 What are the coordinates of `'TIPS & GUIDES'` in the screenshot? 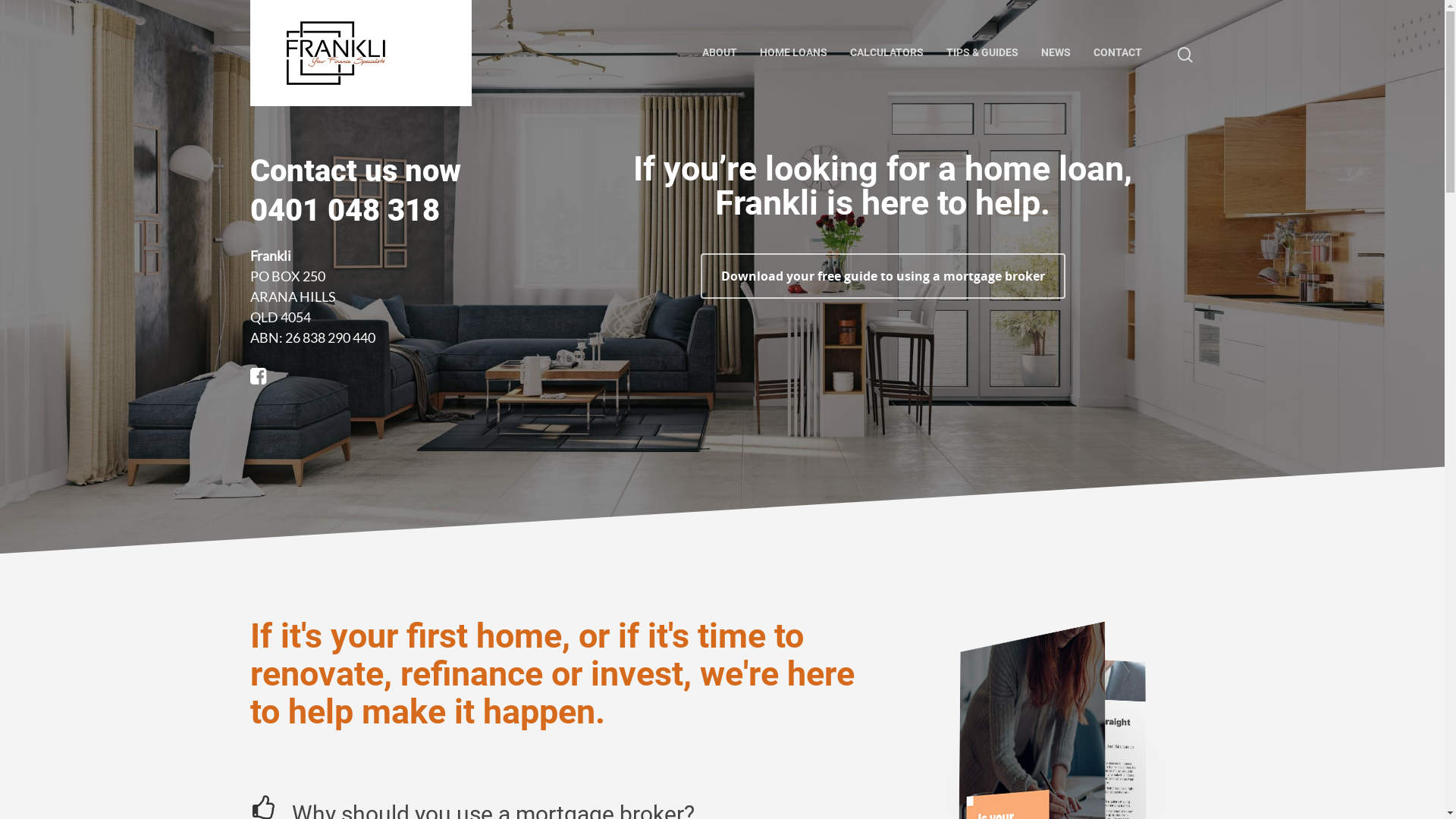 It's located at (982, 52).